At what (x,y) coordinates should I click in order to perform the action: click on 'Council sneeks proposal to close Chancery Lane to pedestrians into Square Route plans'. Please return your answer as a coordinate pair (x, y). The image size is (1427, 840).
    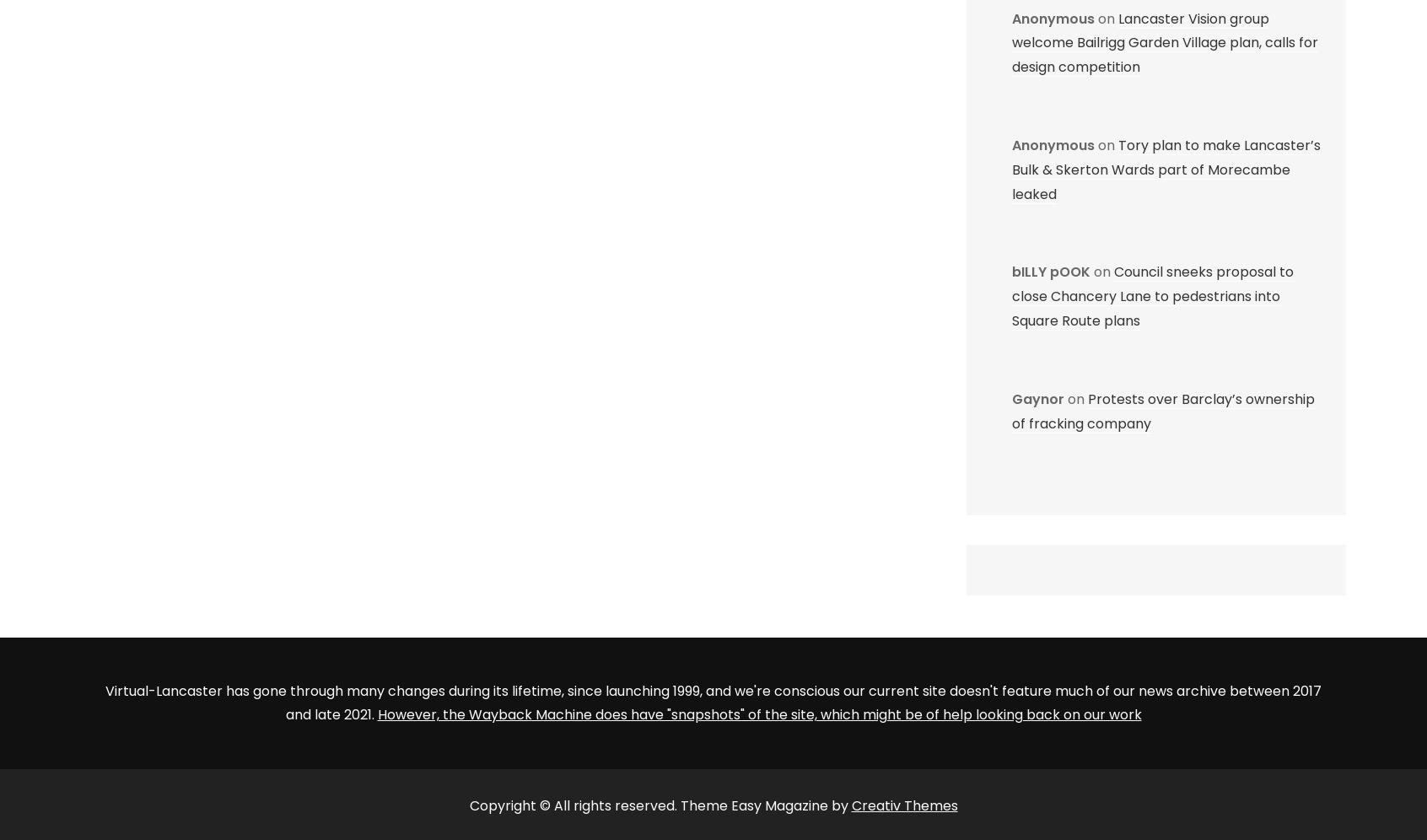
    Looking at the image, I should click on (1152, 295).